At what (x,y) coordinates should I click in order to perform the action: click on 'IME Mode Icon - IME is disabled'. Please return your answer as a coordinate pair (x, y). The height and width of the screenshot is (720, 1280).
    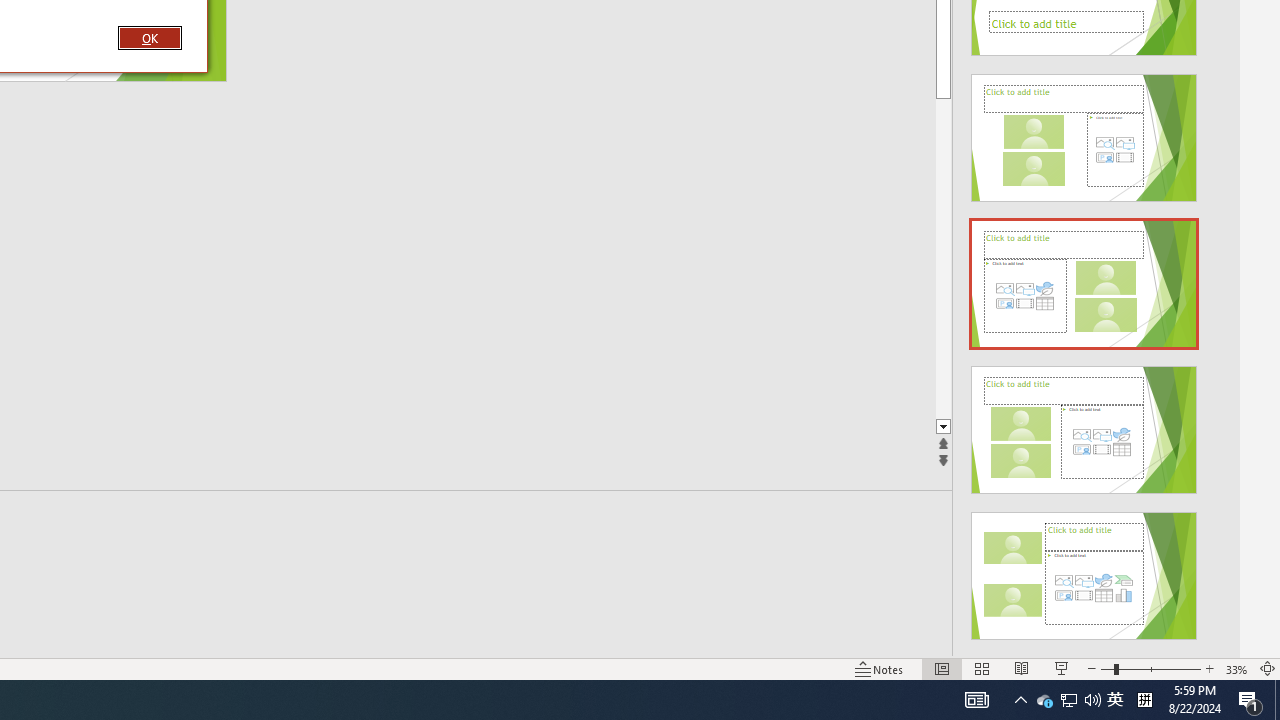
    Looking at the image, I should click on (1114, 698).